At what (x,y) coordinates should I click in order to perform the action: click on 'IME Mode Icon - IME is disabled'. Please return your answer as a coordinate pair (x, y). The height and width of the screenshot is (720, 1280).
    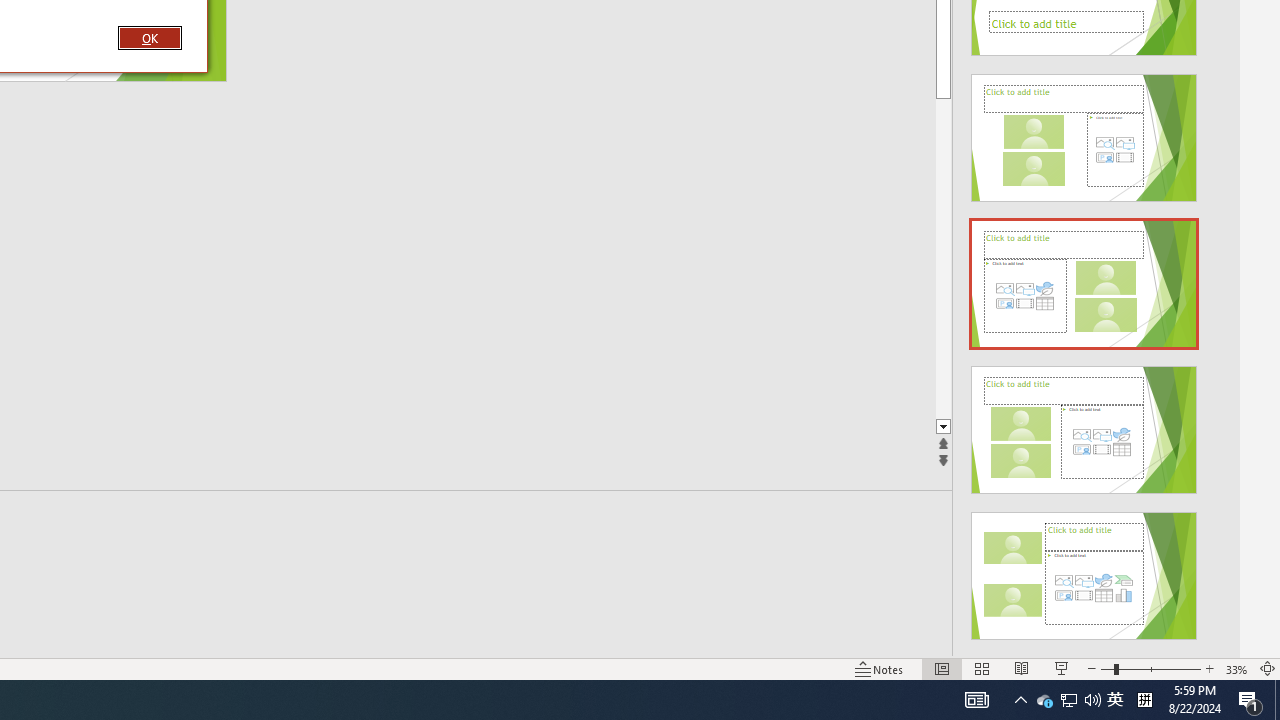
    Looking at the image, I should click on (1114, 698).